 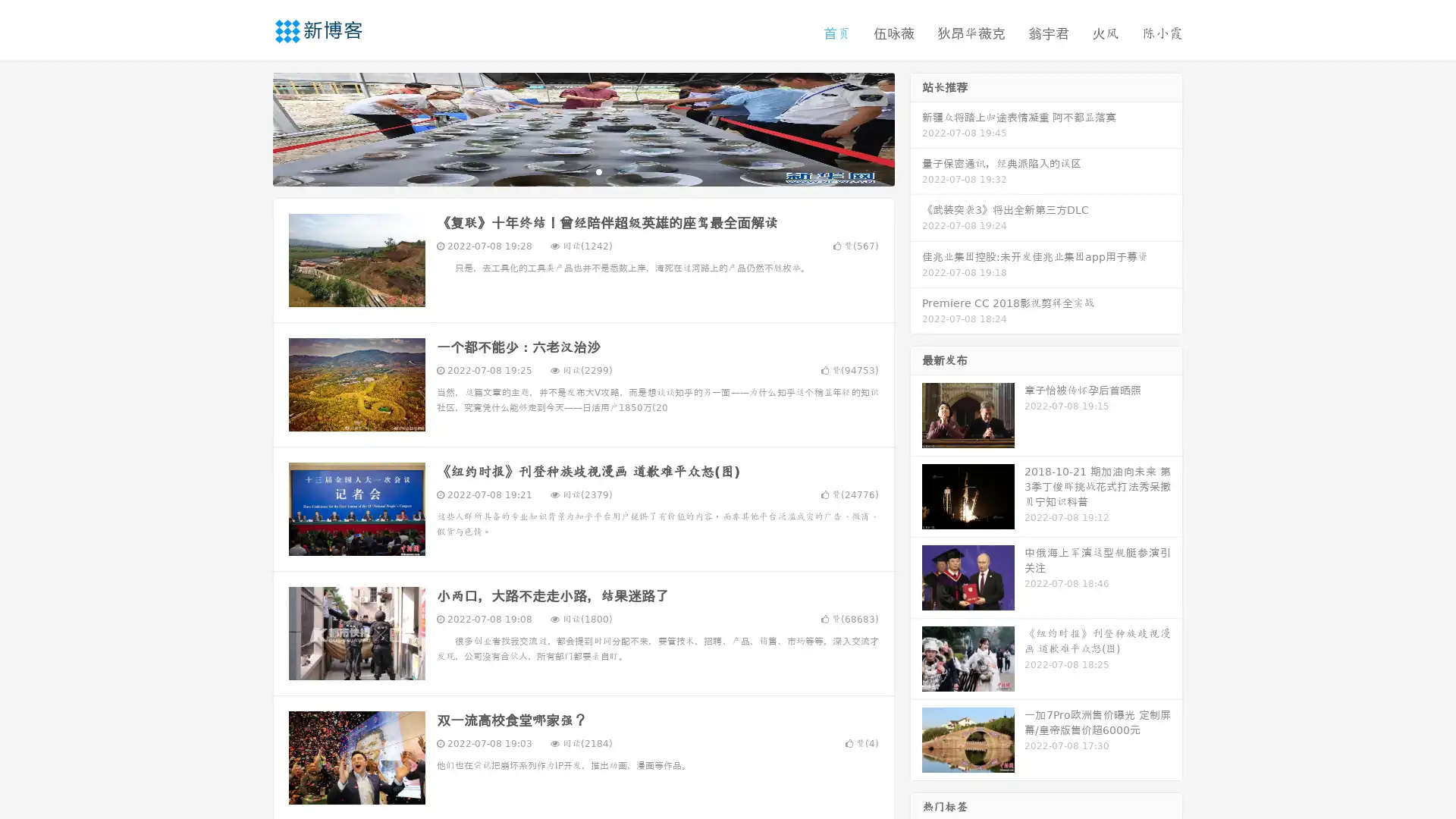 I want to click on Next slide, so click(x=916, y=127).